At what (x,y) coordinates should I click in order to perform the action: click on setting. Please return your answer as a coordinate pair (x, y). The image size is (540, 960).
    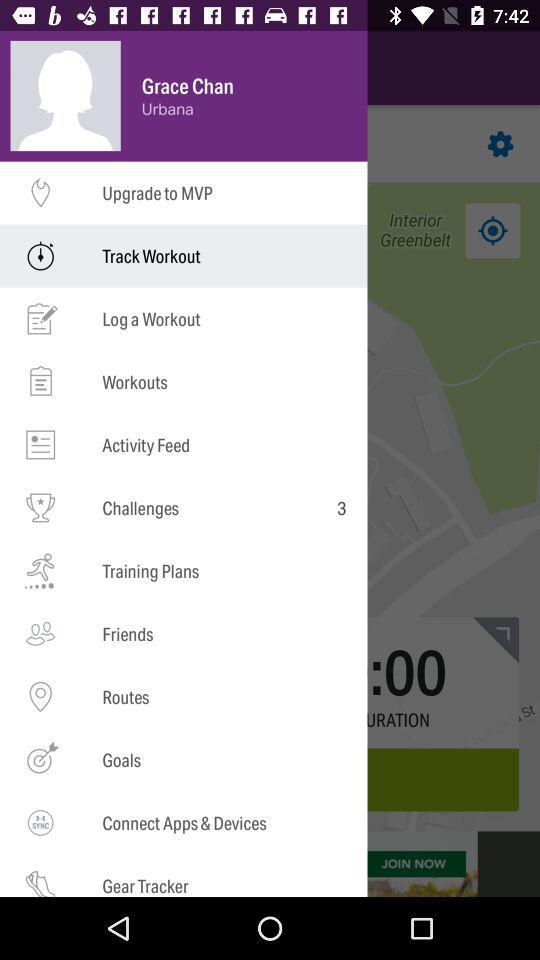
    Looking at the image, I should click on (500, 143).